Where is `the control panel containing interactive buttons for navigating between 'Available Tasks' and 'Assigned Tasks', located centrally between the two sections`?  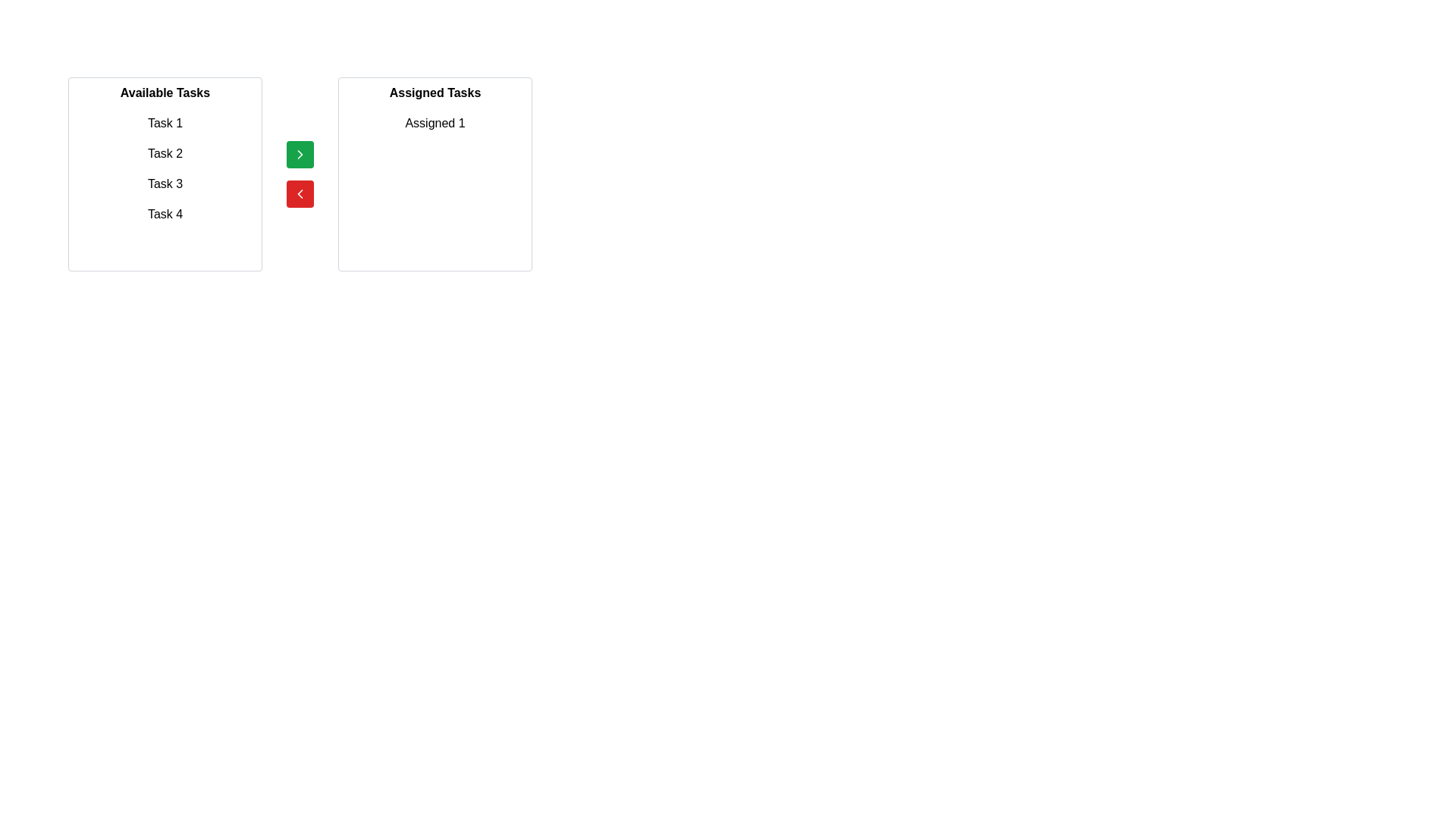 the control panel containing interactive buttons for navigating between 'Available Tasks' and 'Assigned Tasks', located centrally between the two sections is located at coordinates (300, 174).